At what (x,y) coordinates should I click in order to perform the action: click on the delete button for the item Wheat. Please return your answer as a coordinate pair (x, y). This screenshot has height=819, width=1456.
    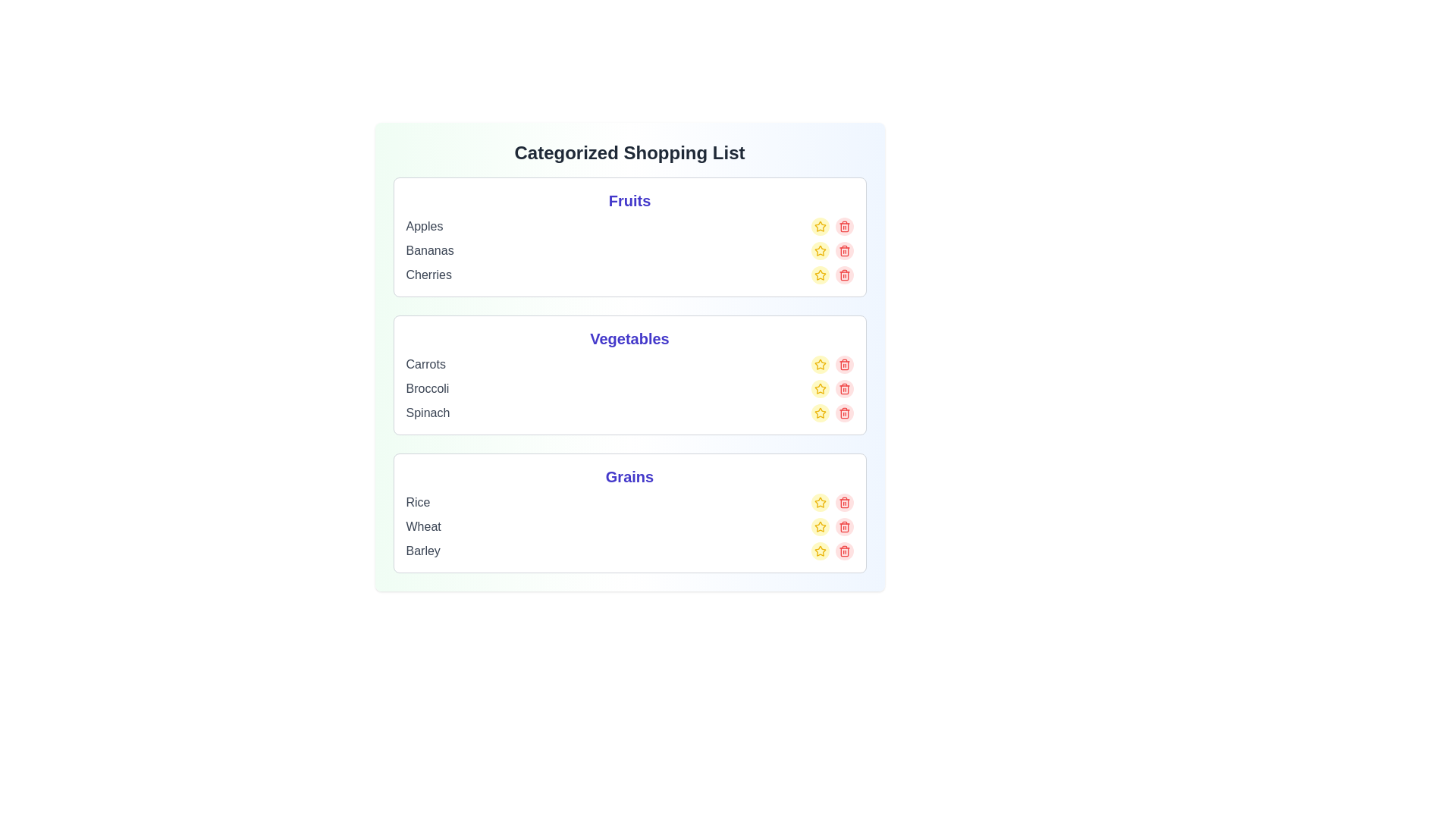
    Looking at the image, I should click on (843, 526).